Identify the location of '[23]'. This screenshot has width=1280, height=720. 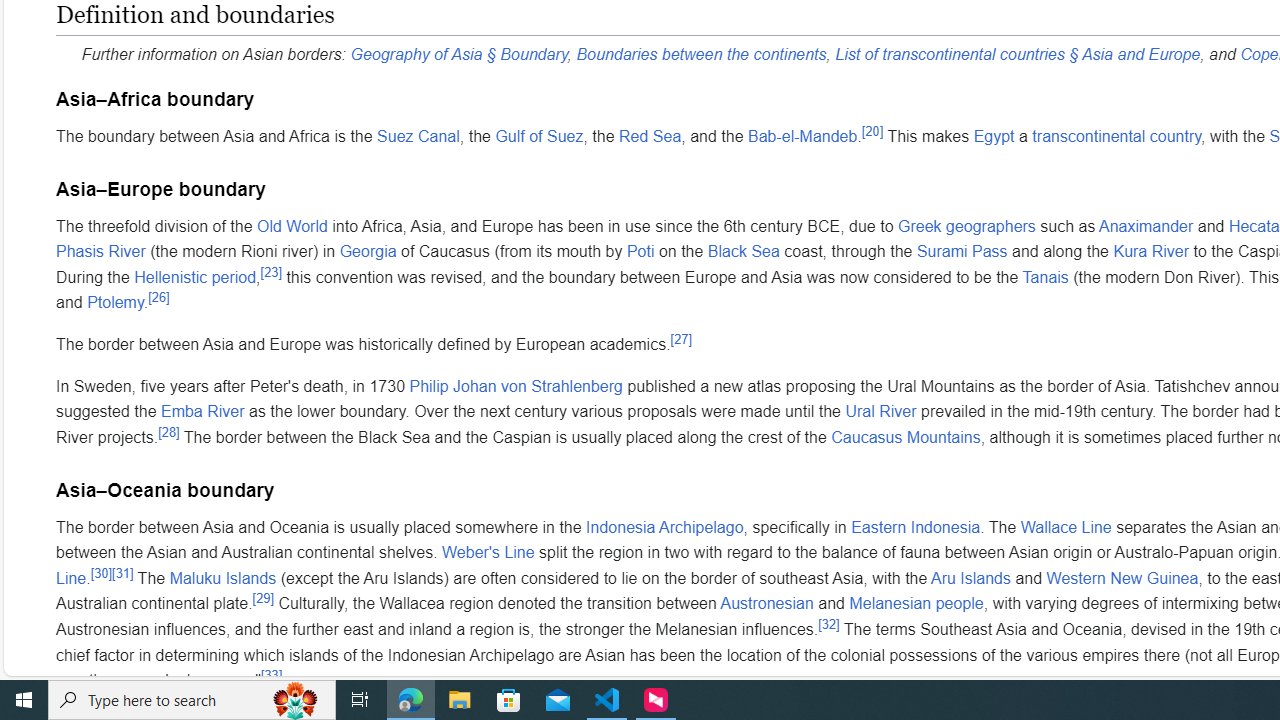
(269, 272).